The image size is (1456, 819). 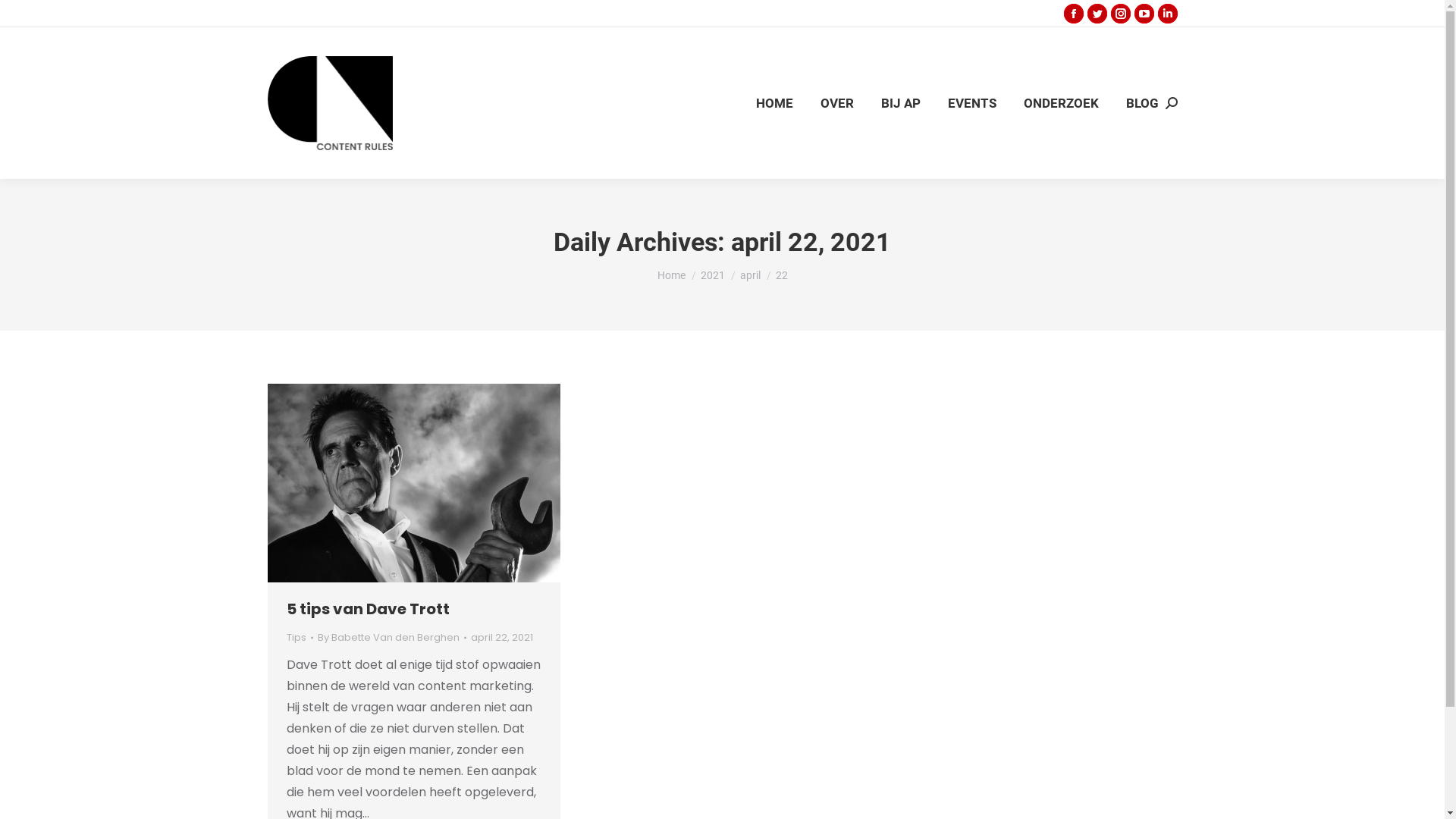 What do you see at coordinates (315, 637) in the screenshot?
I see `'By Babette Van den Berghen'` at bounding box center [315, 637].